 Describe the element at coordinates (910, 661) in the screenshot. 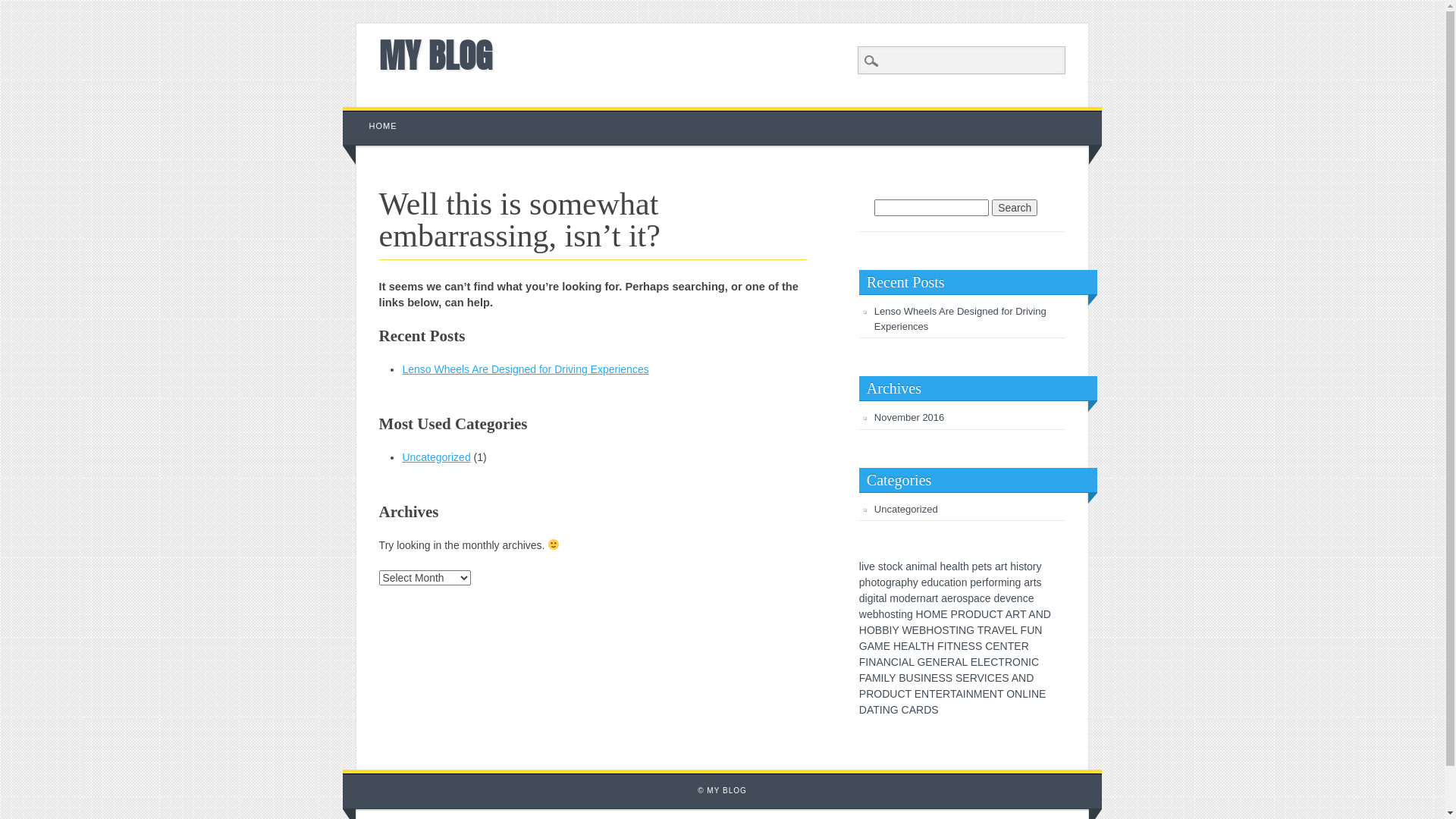

I see `'L'` at that location.